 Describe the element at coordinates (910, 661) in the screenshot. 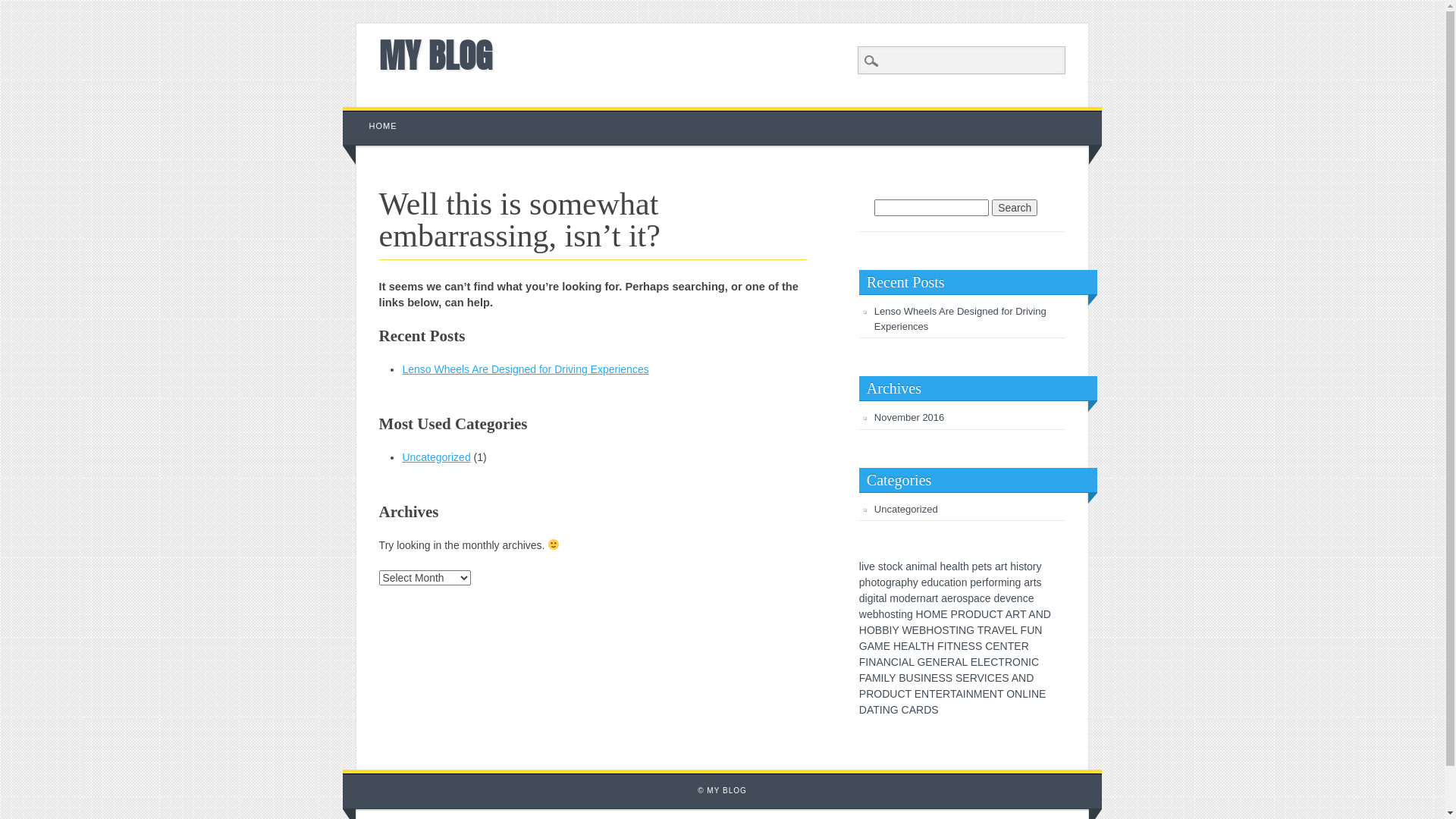

I see `'L'` at that location.